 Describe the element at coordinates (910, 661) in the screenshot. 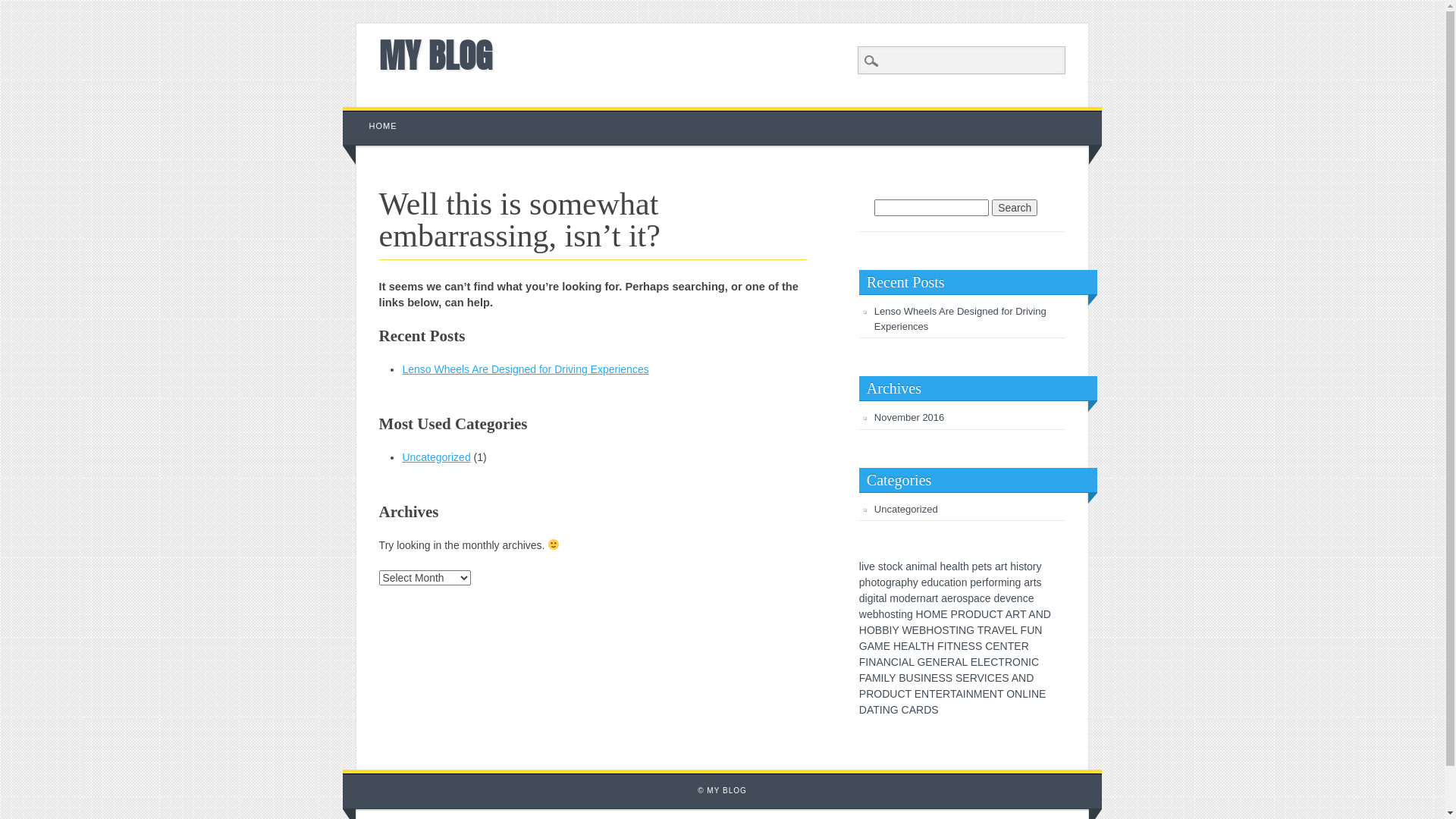

I see `'L'` at that location.